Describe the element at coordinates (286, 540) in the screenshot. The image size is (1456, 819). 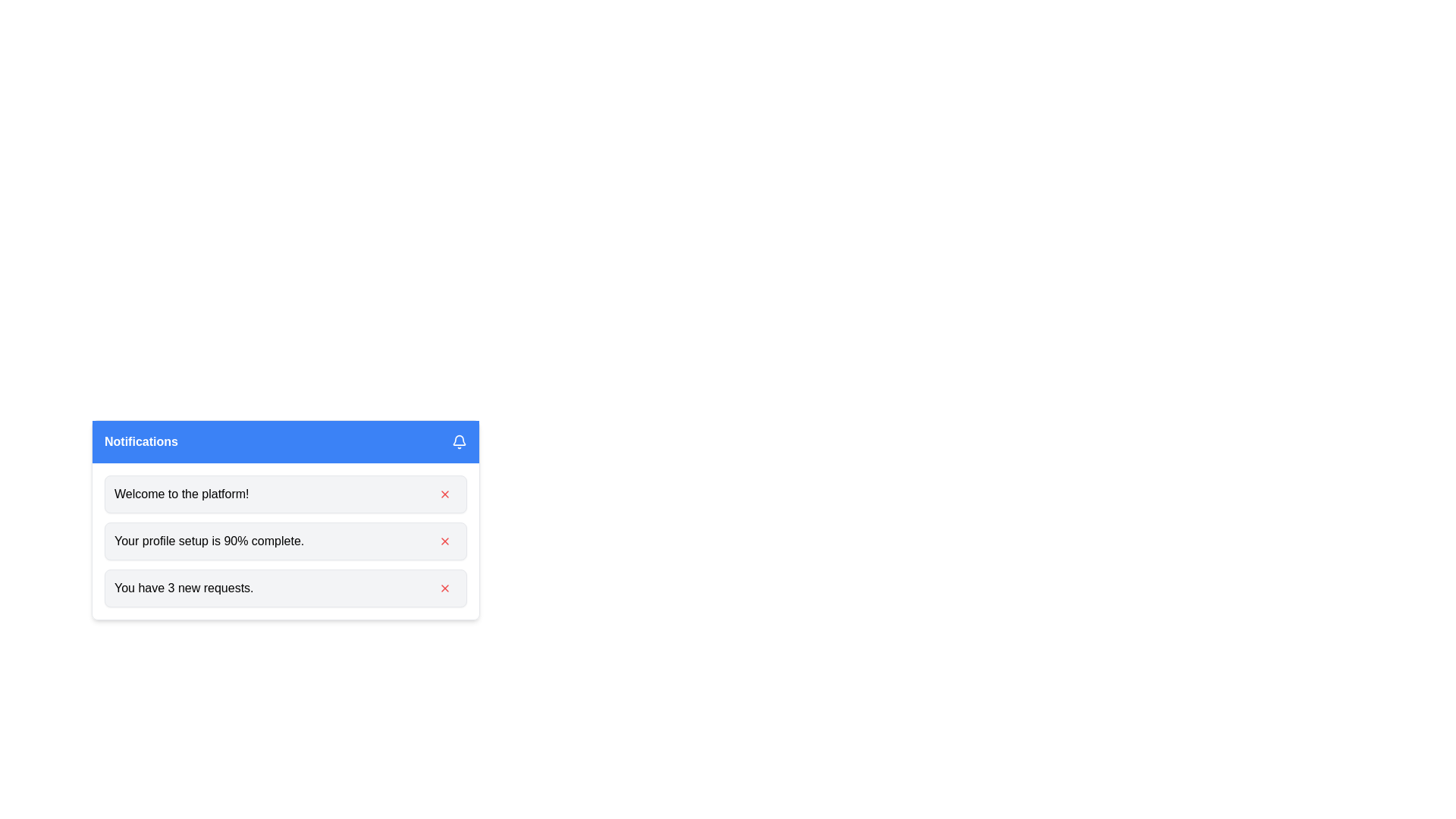
I see `the Notification box displaying 'Your profile setup is 90% complete.'` at that location.